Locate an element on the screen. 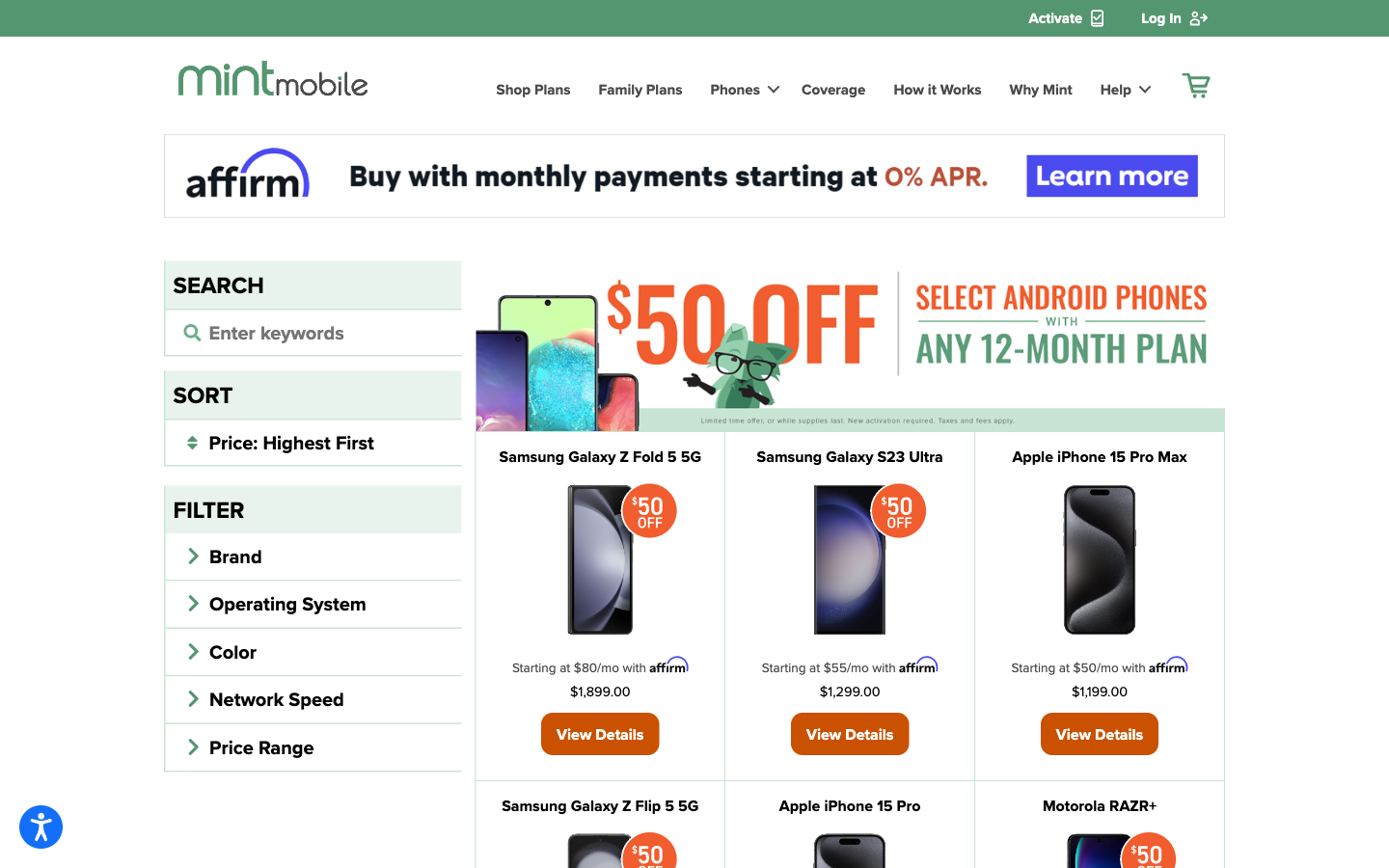  out more about Samsung Galaxy Z Flip 5 5G is located at coordinates (598, 805).